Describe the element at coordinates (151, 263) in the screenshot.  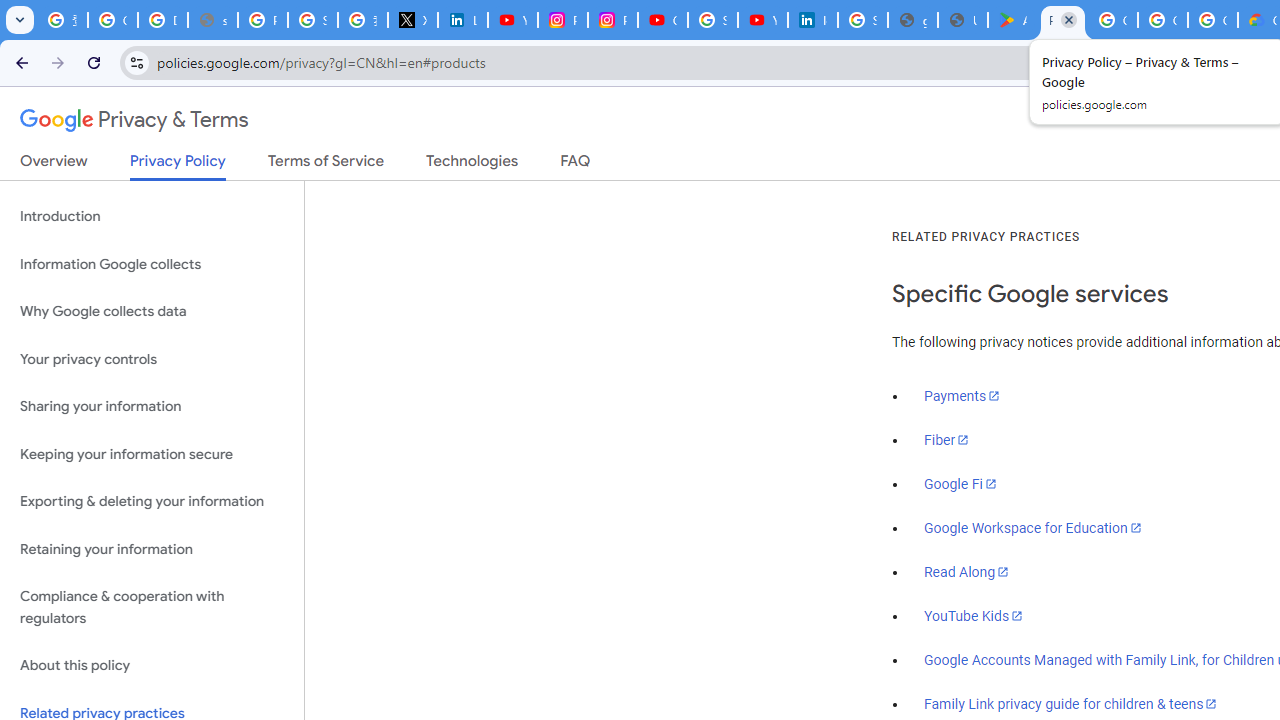
I see `'Information Google collects'` at that location.